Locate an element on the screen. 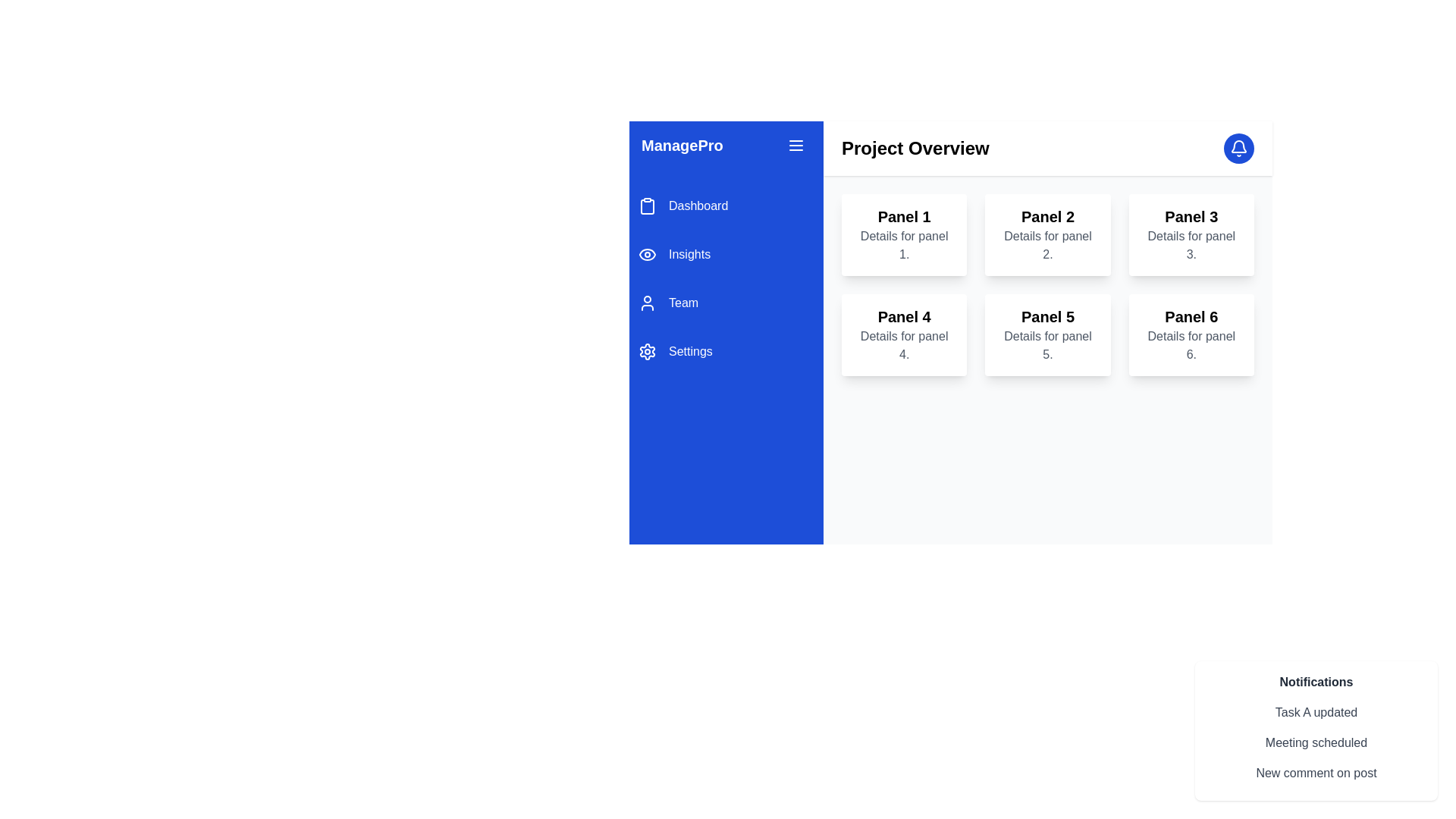  the rectangular shape inside the clipboard icon located in the vertical navigation menu on the left side of the interface, which is styled with a minimalist line design and colored blue is located at coordinates (648, 207).